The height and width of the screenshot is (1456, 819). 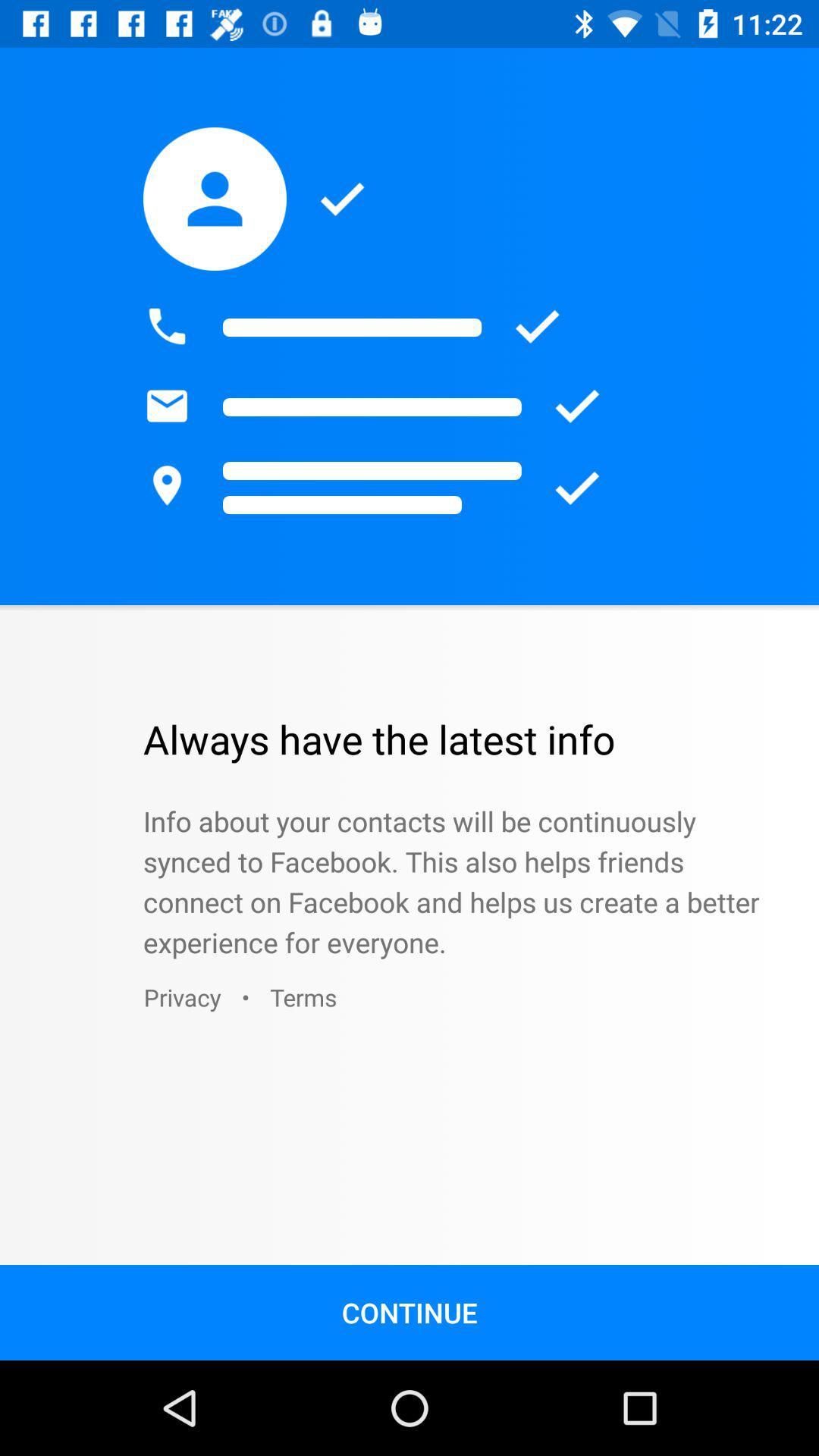 What do you see at coordinates (409, 1312) in the screenshot?
I see `the continue icon` at bounding box center [409, 1312].